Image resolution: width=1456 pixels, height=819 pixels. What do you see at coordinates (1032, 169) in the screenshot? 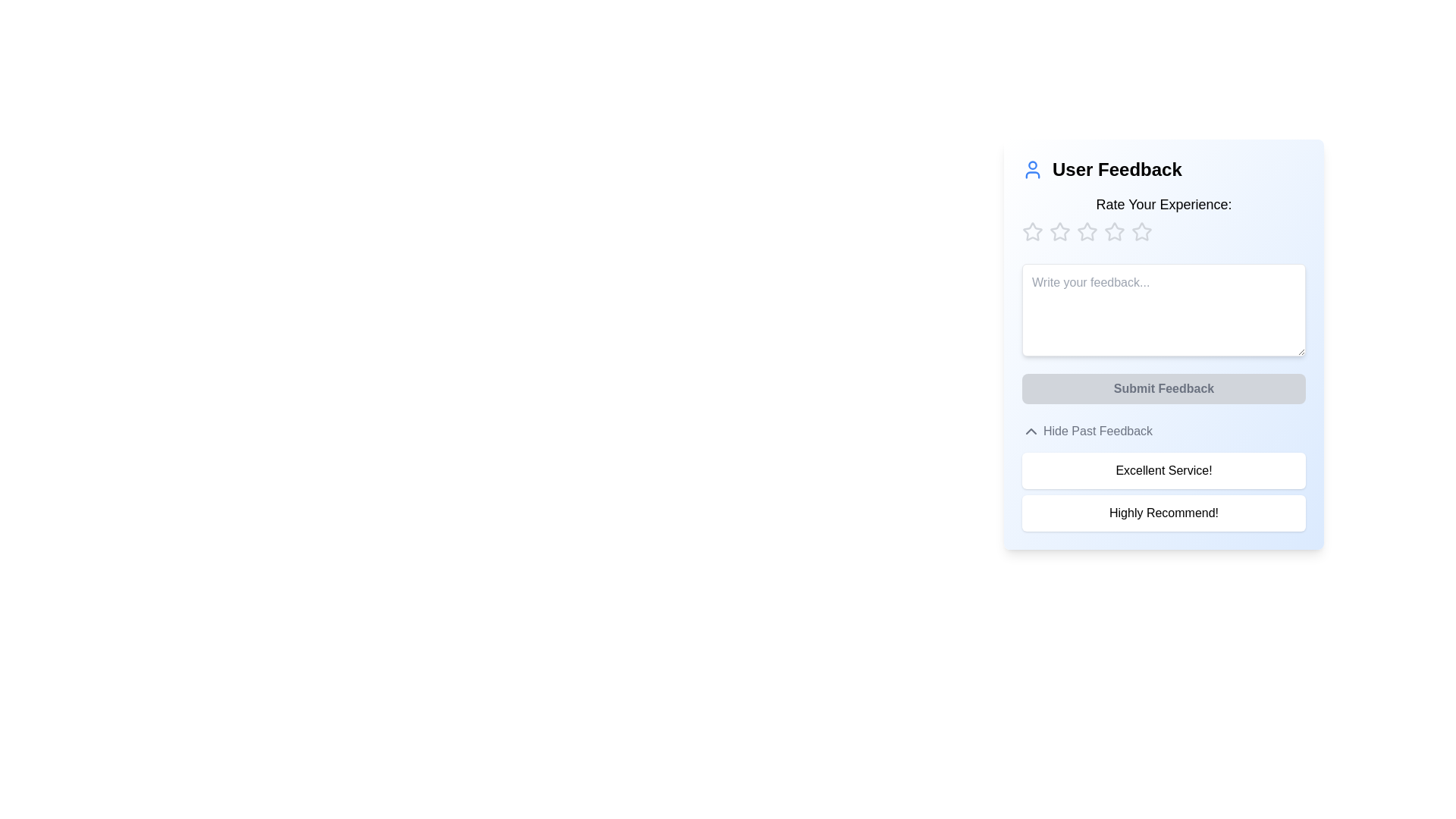
I see `the blue user icon representing a profile located in the header section of the feedback form, immediately to the left of the text 'User Feedback.'` at bounding box center [1032, 169].